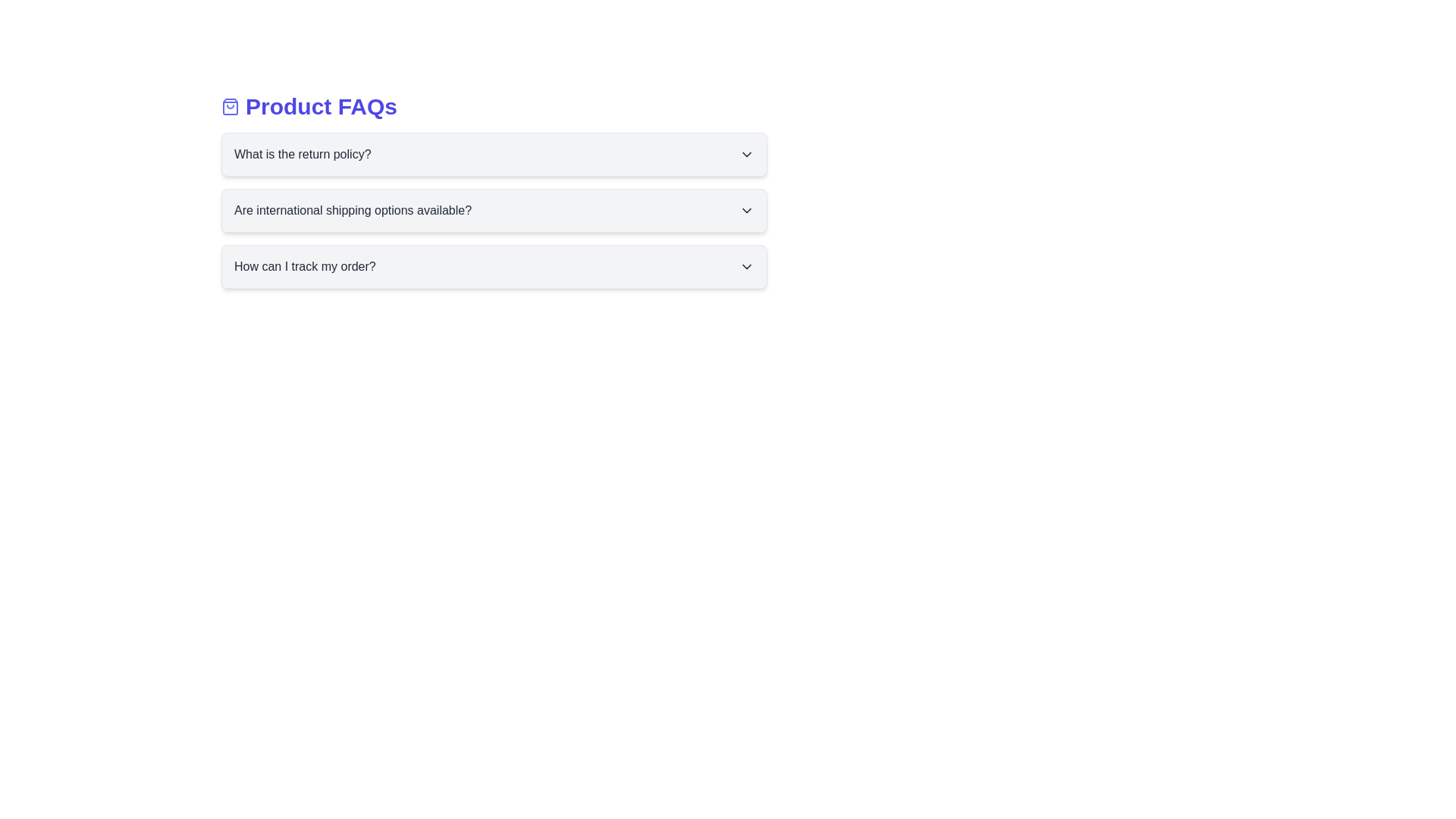 This screenshot has width=1456, height=819. I want to click on the shopping bag icon located to the left of the 'Product FAQs' heading by clicking on it, so click(229, 106).